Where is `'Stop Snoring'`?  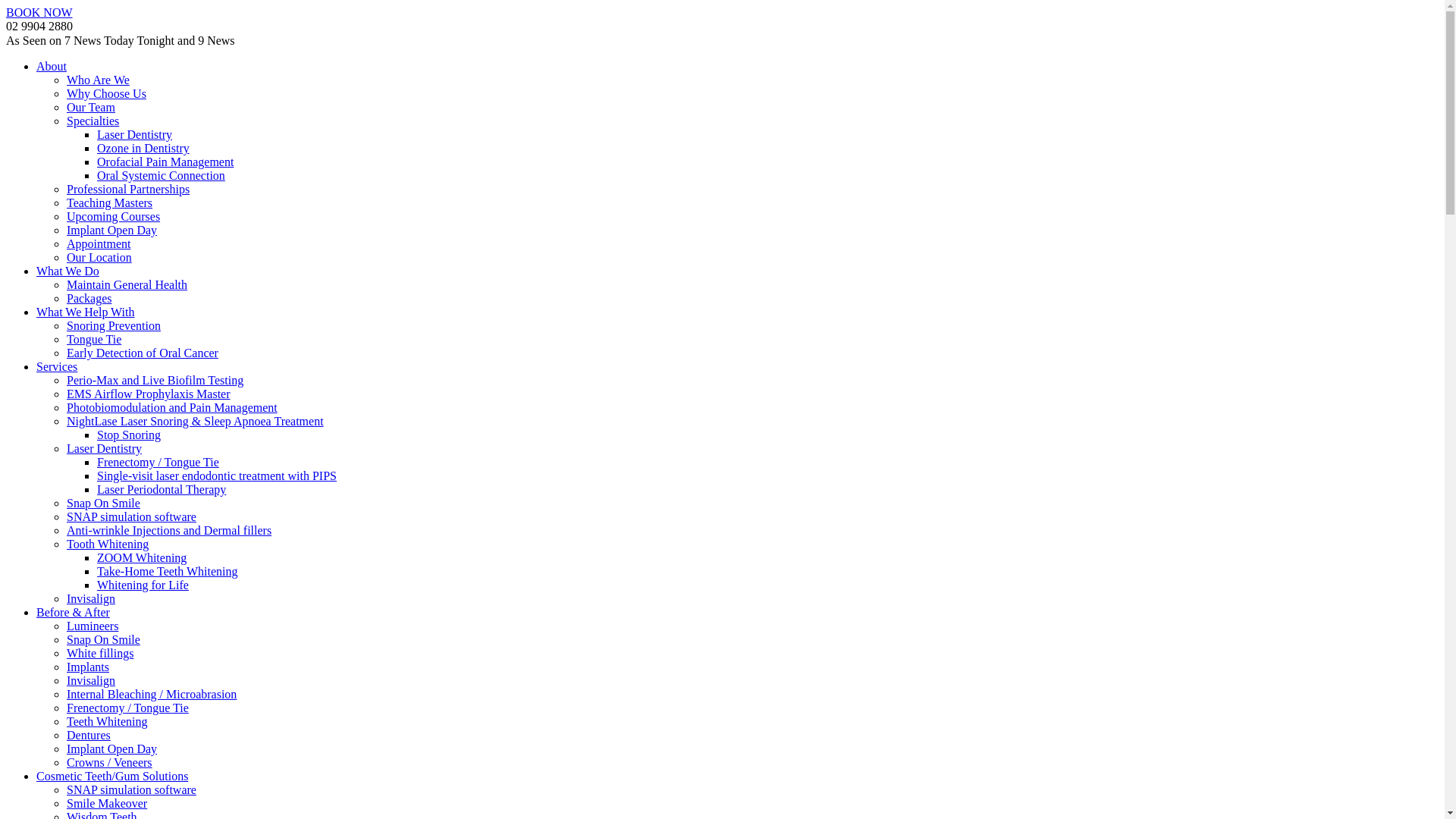
'Stop Snoring' is located at coordinates (96, 435).